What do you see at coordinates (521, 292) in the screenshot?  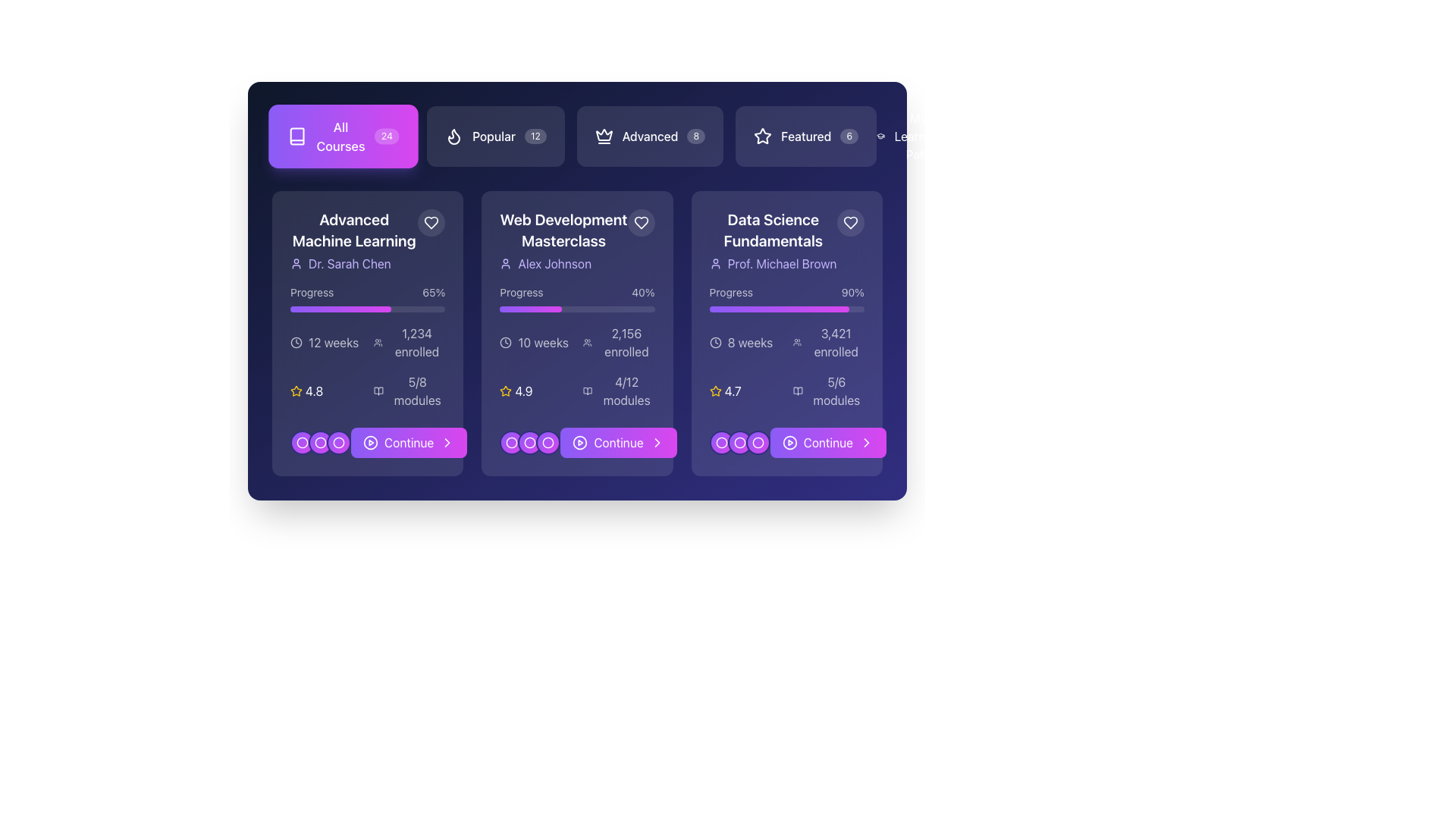 I see `the text label located in the upper section of the second card, directly to the left of the '40%' text, which indicates the progress status` at bounding box center [521, 292].